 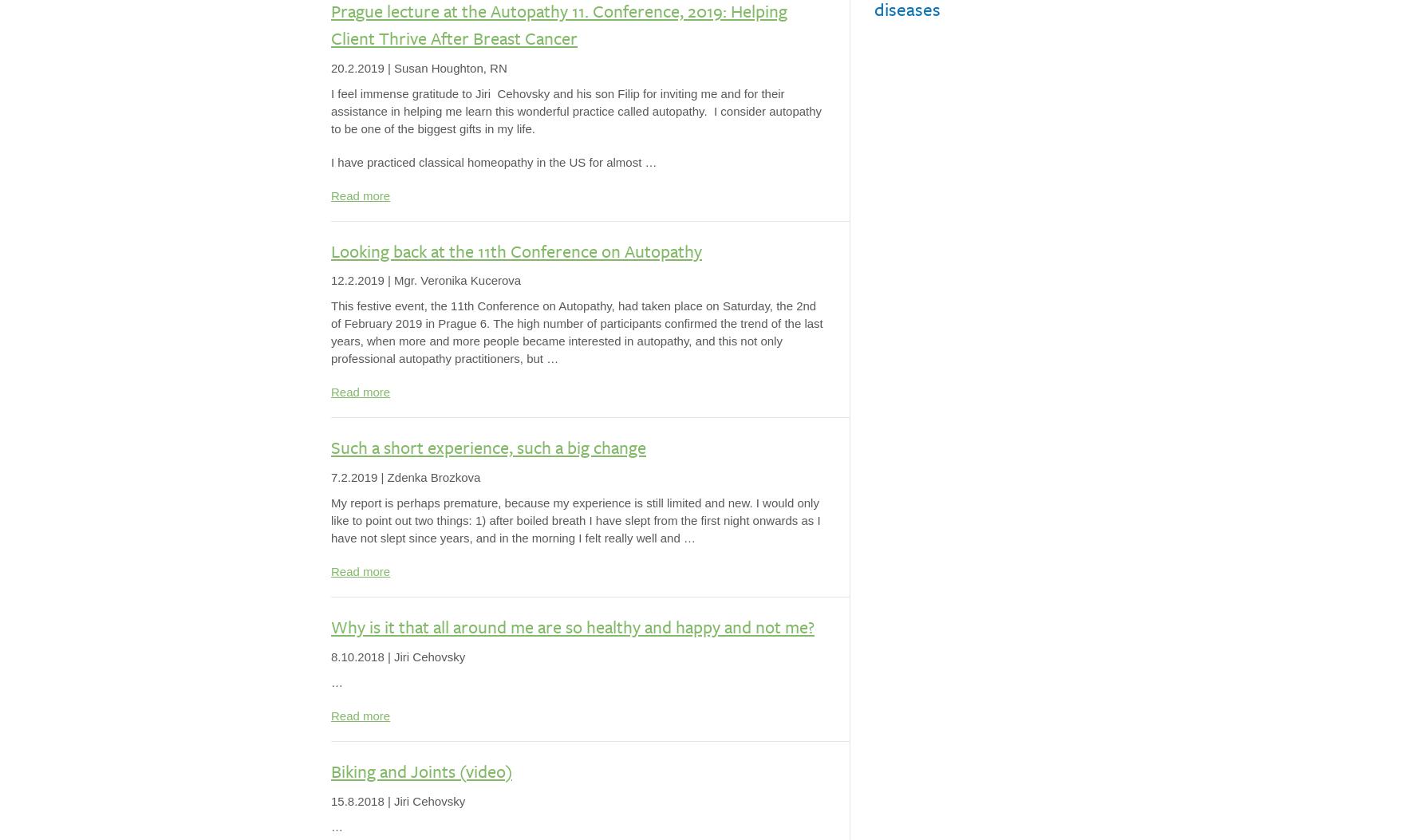 I want to click on 'I feel immense
gratitude to Jiri  Cehovsky and his son
Filip for inviting me and for their assistance in helping me learn this
wonderful practice called autopathy.  I
consider autopathy to be one of the biggest gifts in my life.', so click(x=575, y=110).